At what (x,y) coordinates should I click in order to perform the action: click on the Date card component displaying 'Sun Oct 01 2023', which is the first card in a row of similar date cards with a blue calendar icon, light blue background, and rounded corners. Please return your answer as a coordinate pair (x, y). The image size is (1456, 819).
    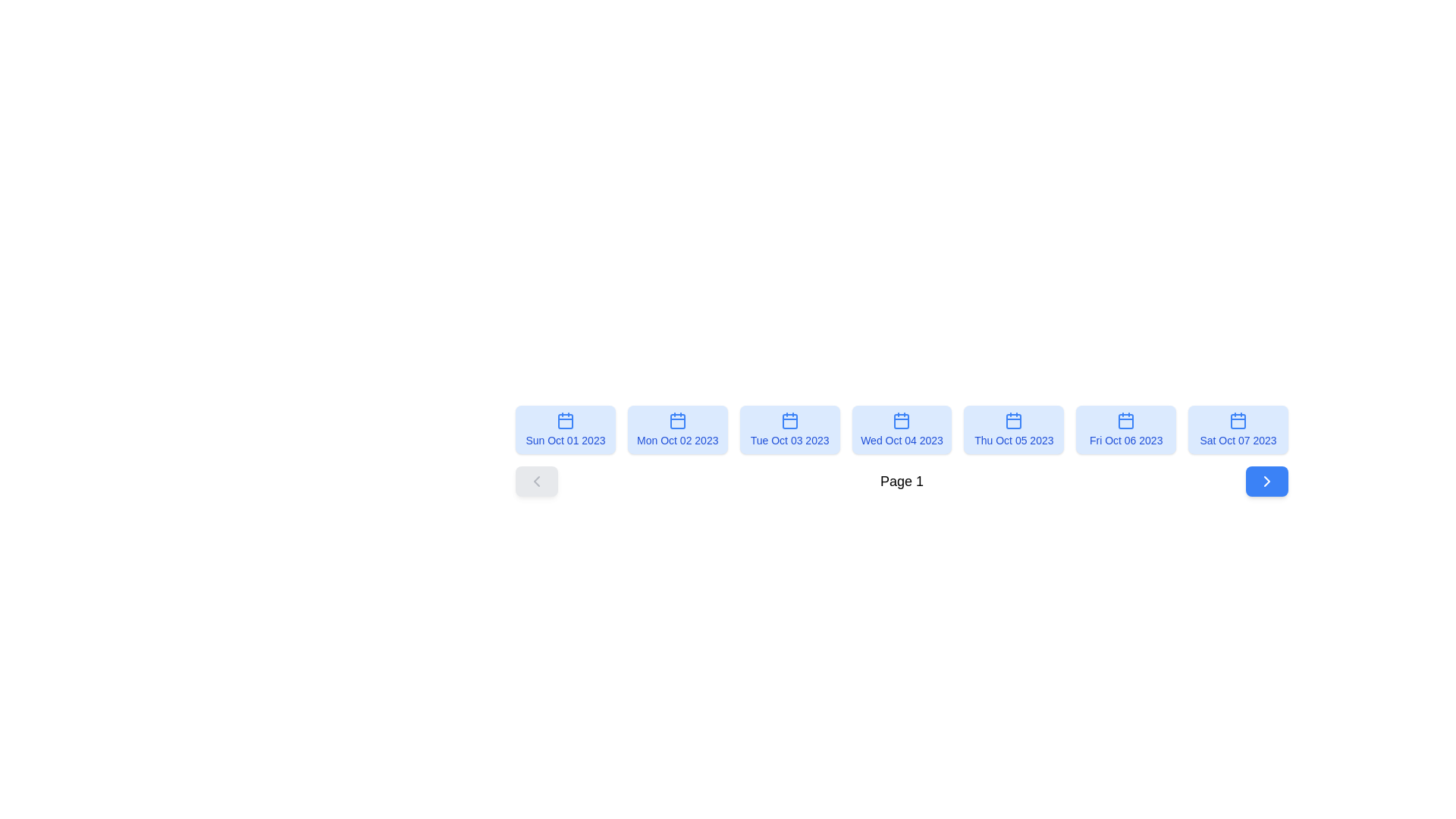
    Looking at the image, I should click on (564, 430).